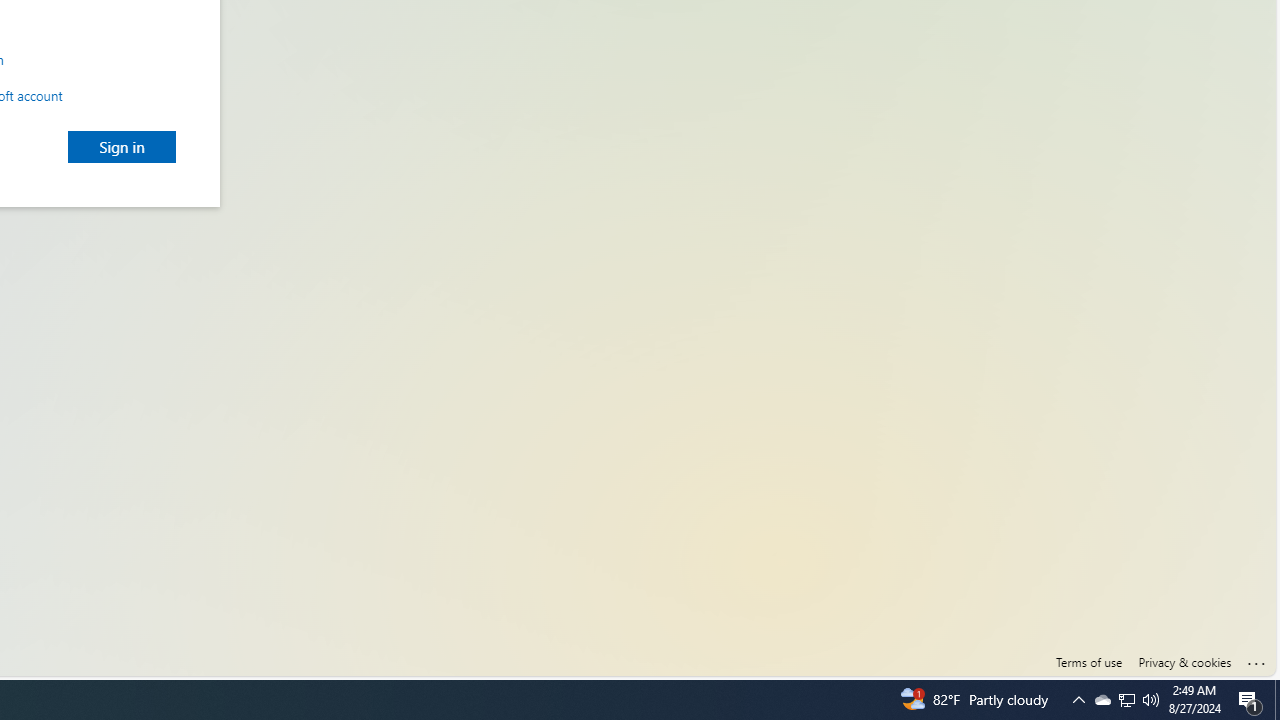 This screenshot has height=720, width=1280. Describe the element at coordinates (121, 145) in the screenshot. I see `'Sign in'` at that location.